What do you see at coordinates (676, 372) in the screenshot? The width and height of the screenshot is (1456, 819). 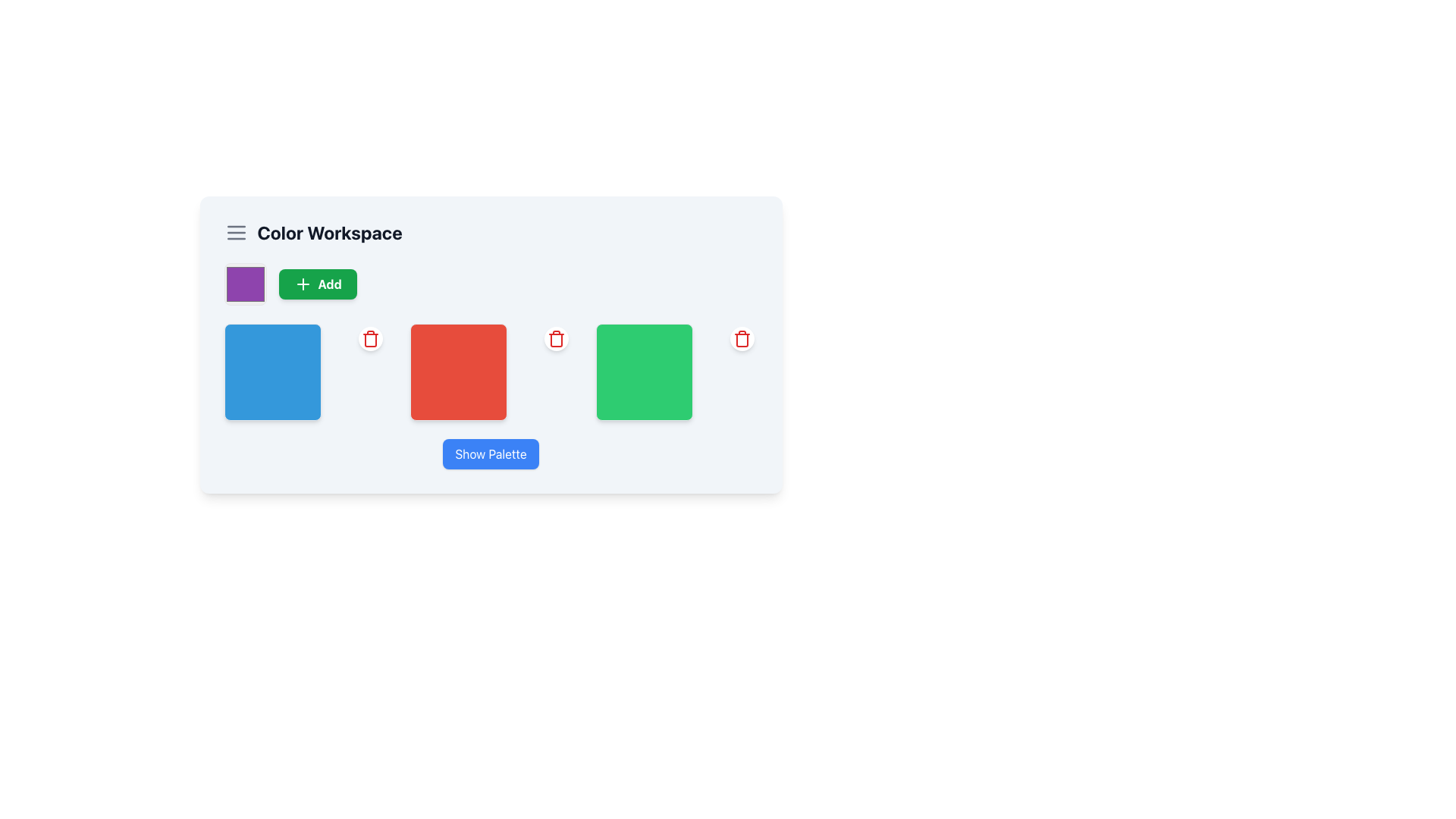 I see `the rectangular green box with rounded corners in the grid layout` at bounding box center [676, 372].